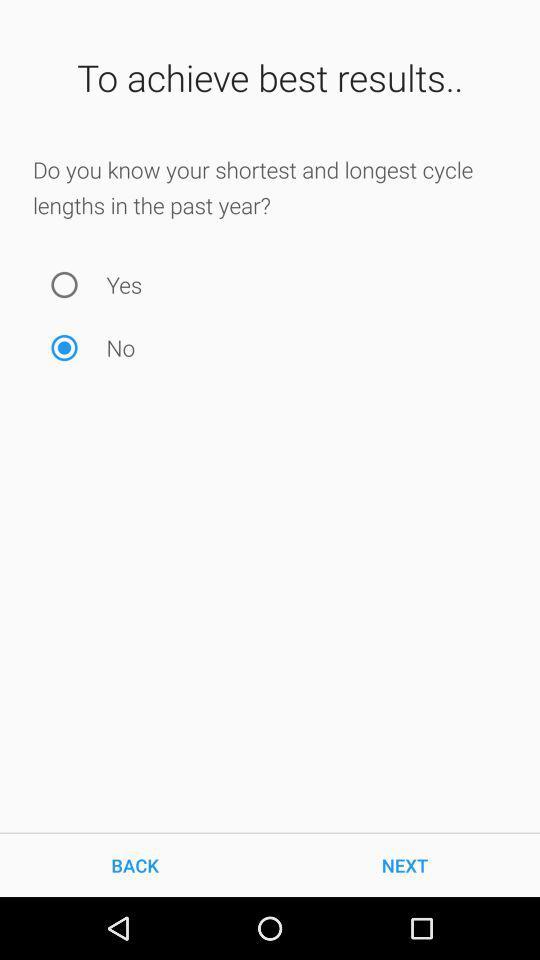  Describe the element at coordinates (64, 348) in the screenshot. I see `no` at that location.